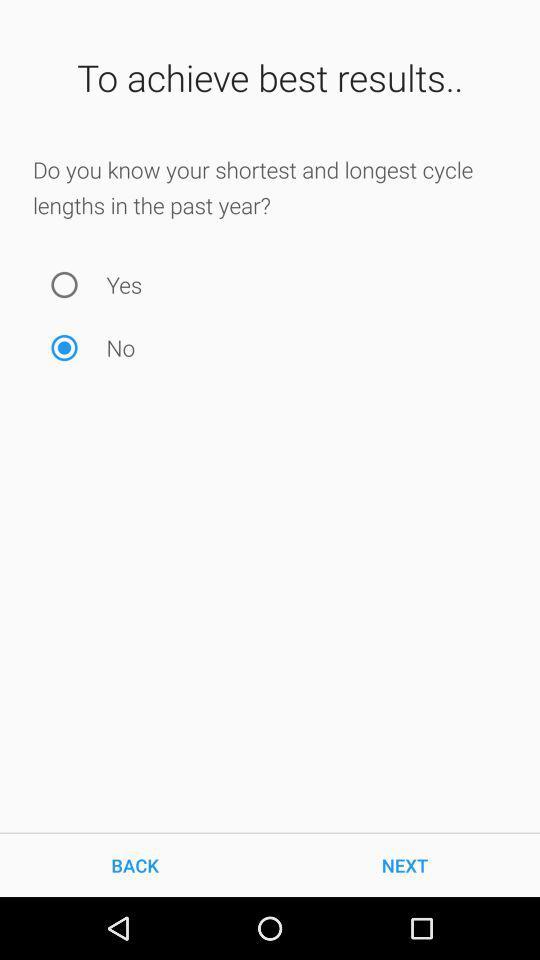  Describe the element at coordinates (64, 348) in the screenshot. I see `no` at that location.